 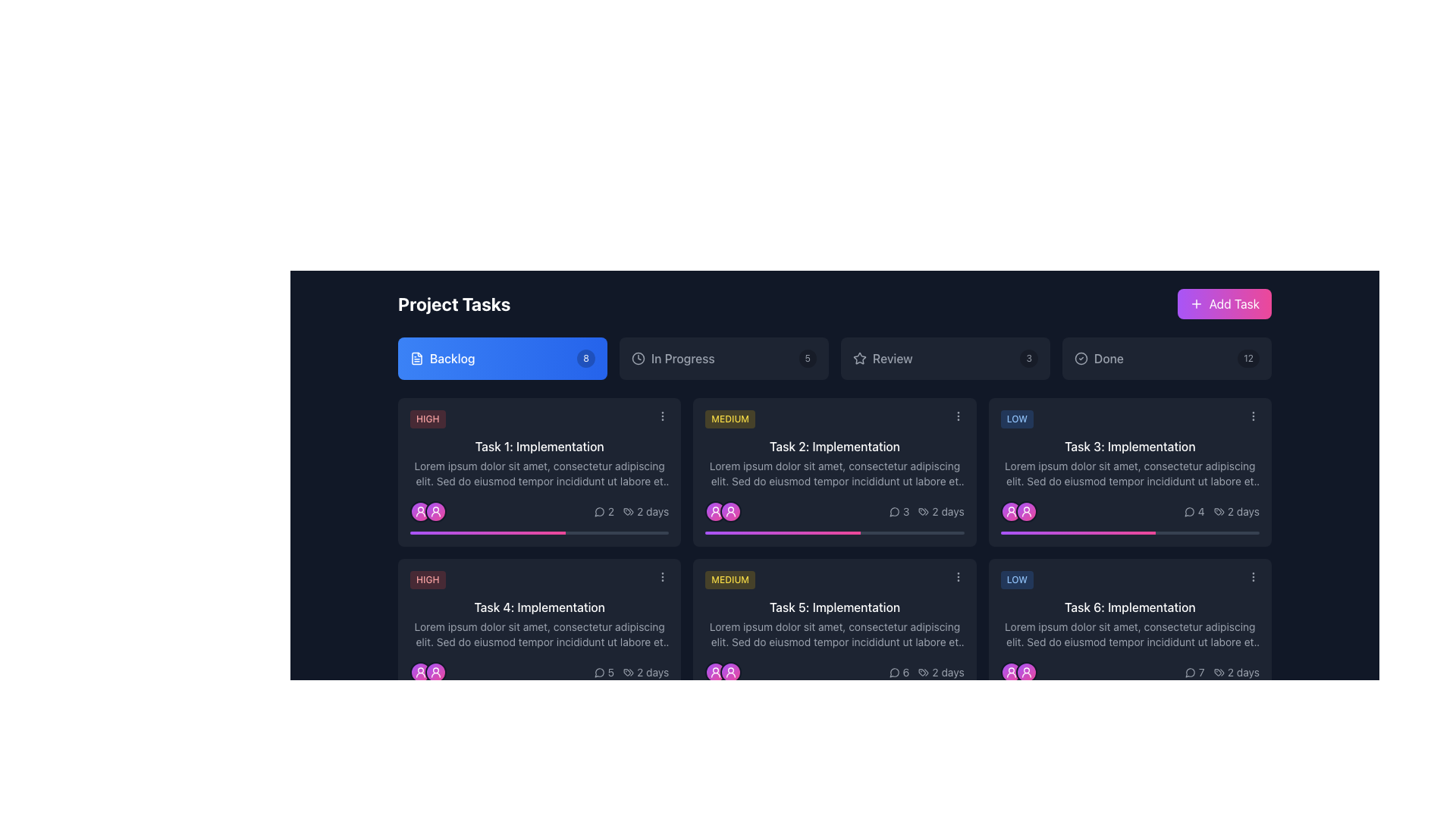 I want to click on the 'Done' text label located on the far right of the horizontal menu bar, which includes a circular checkmark icon to its left and a count indicator to its right, so click(x=1109, y=359).